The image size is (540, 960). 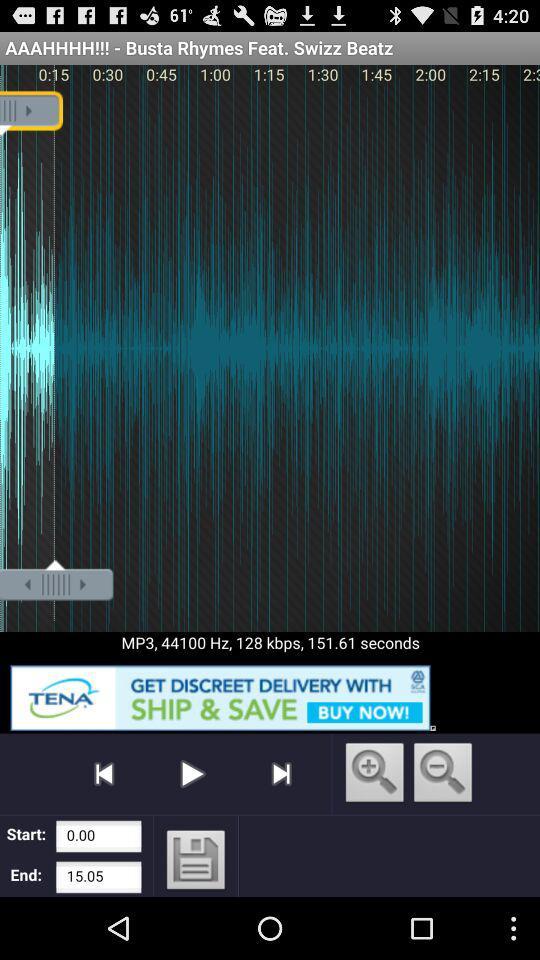 I want to click on open link to advertisement, so click(x=270, y=694).